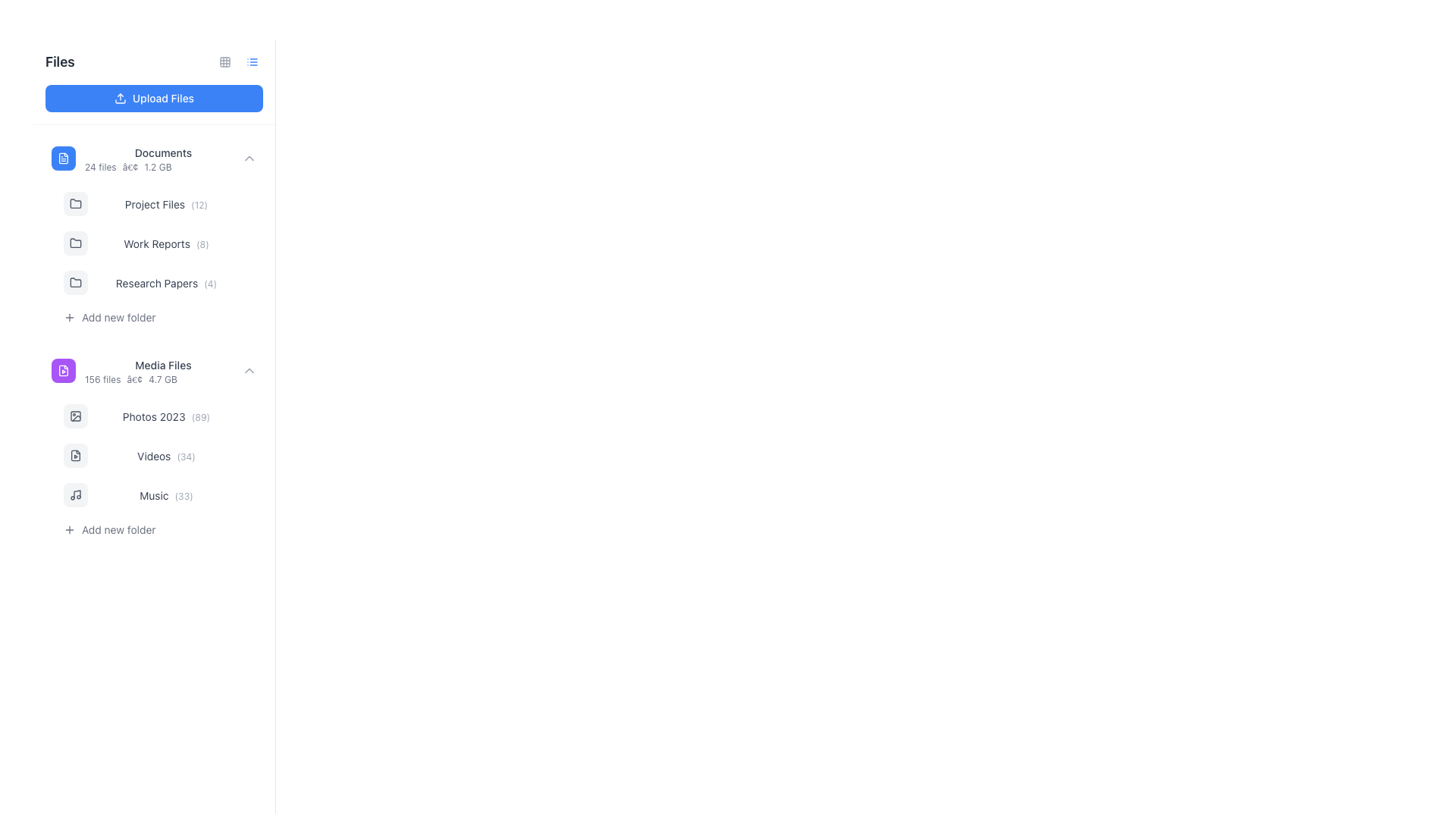 The width and height of the screenshot is (1456, 819). Describe the element at coordinates (163, 158) in the screenshot. I see `the List Item element titled 'Documents' which displays the subtitle '24 files • 1.2 GB'` at that location.